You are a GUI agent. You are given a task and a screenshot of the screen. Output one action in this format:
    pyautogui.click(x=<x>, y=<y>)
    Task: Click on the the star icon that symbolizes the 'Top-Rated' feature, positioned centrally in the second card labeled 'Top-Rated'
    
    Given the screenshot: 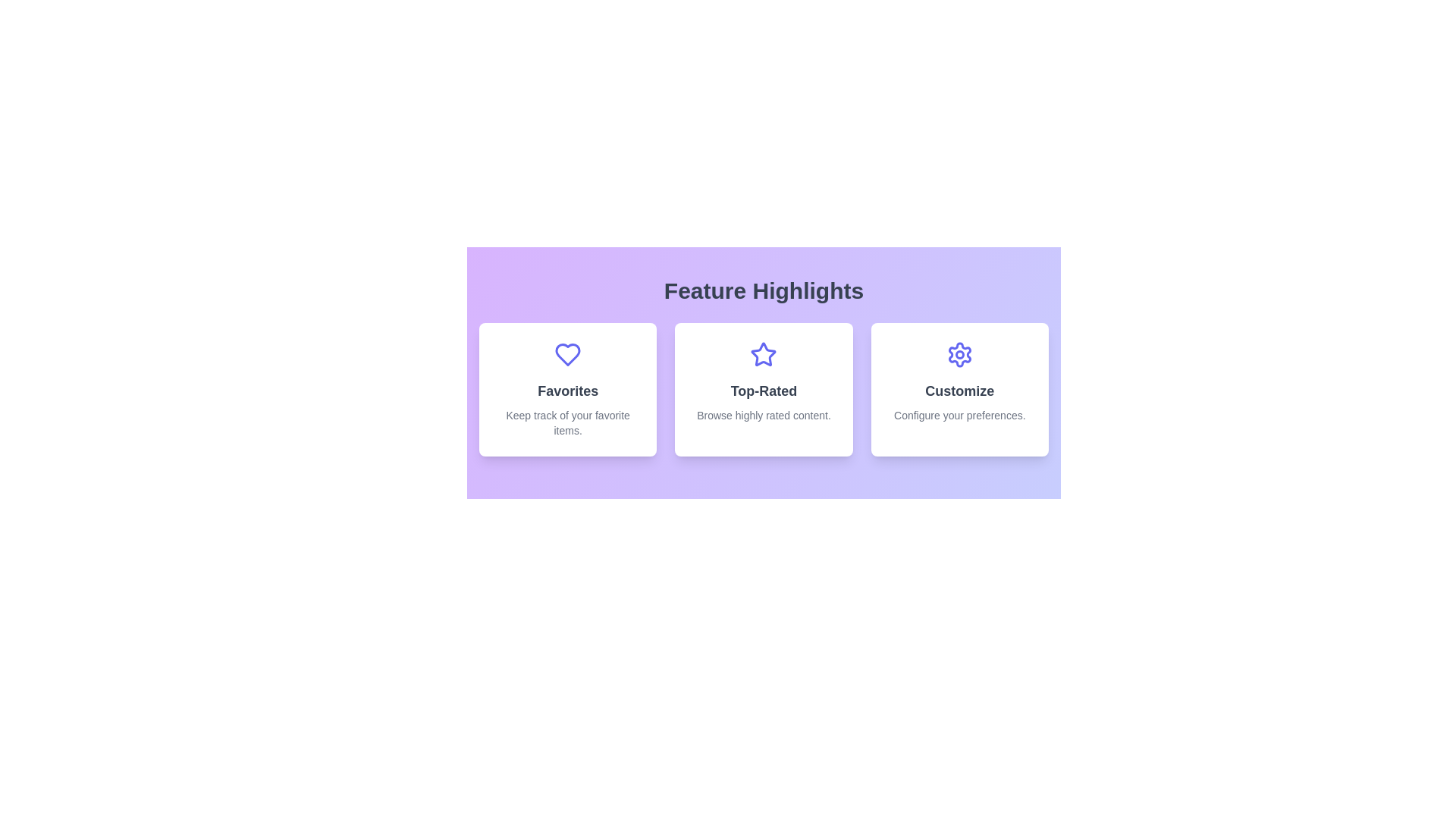 What is the action you would take?
    pyautogui.click(x=764, y=354)
    